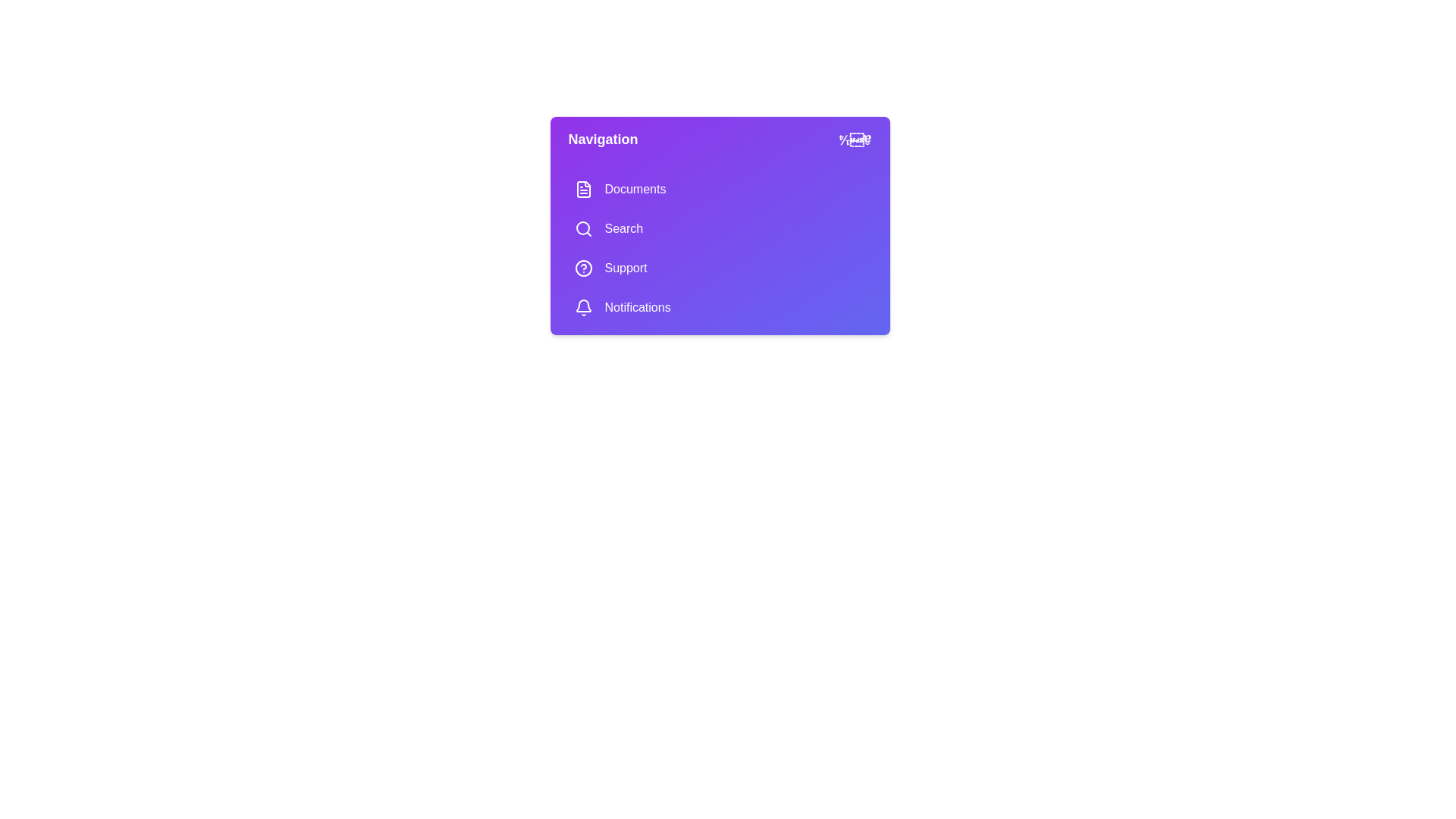 The image size is (1456, 819). What do you see at coordinates (719, 268) in the screenshot?
I see `the menu item Support to navigate` at bounding box center [719, 268].